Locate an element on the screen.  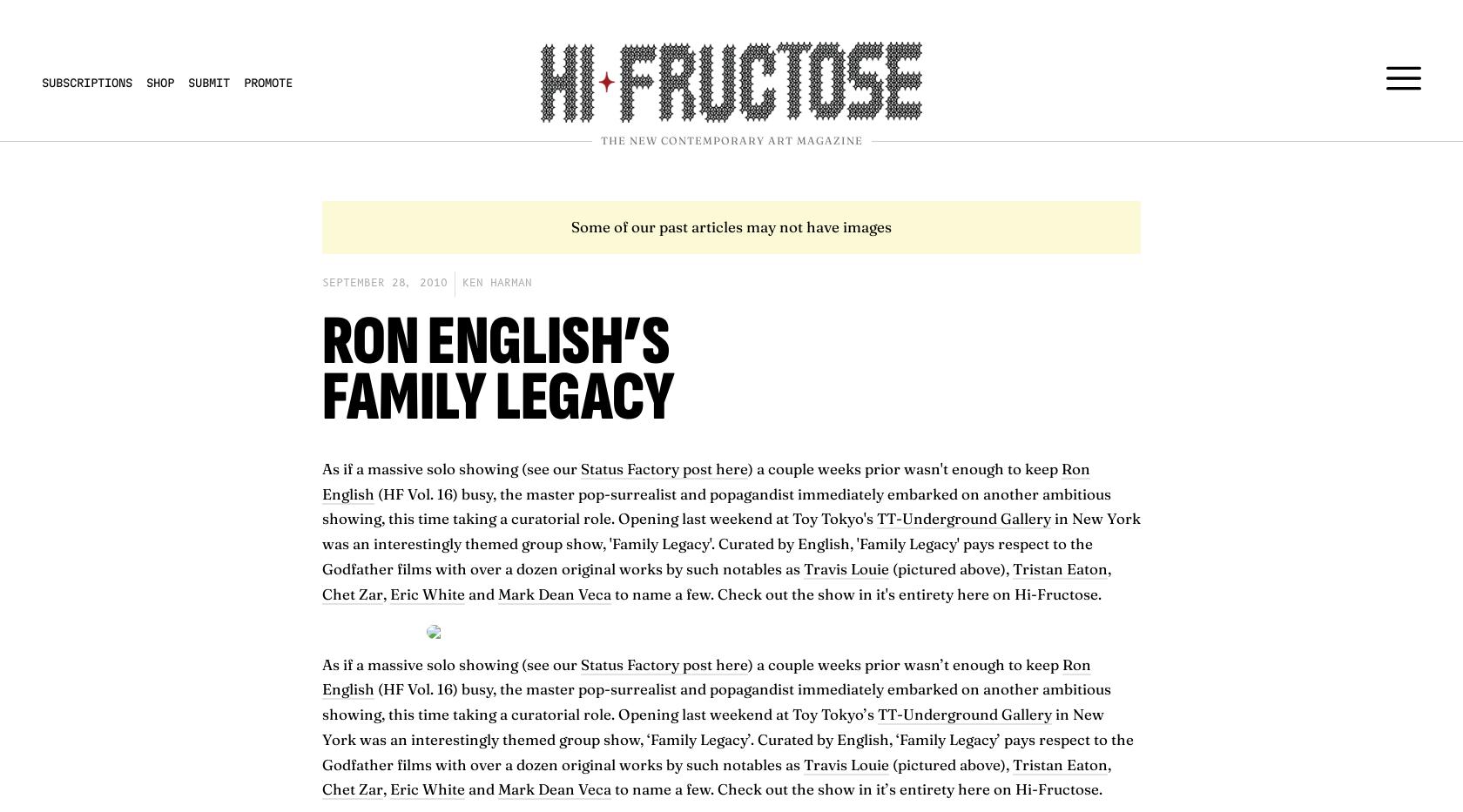
'Submit' is located at coordinates (209, 82).